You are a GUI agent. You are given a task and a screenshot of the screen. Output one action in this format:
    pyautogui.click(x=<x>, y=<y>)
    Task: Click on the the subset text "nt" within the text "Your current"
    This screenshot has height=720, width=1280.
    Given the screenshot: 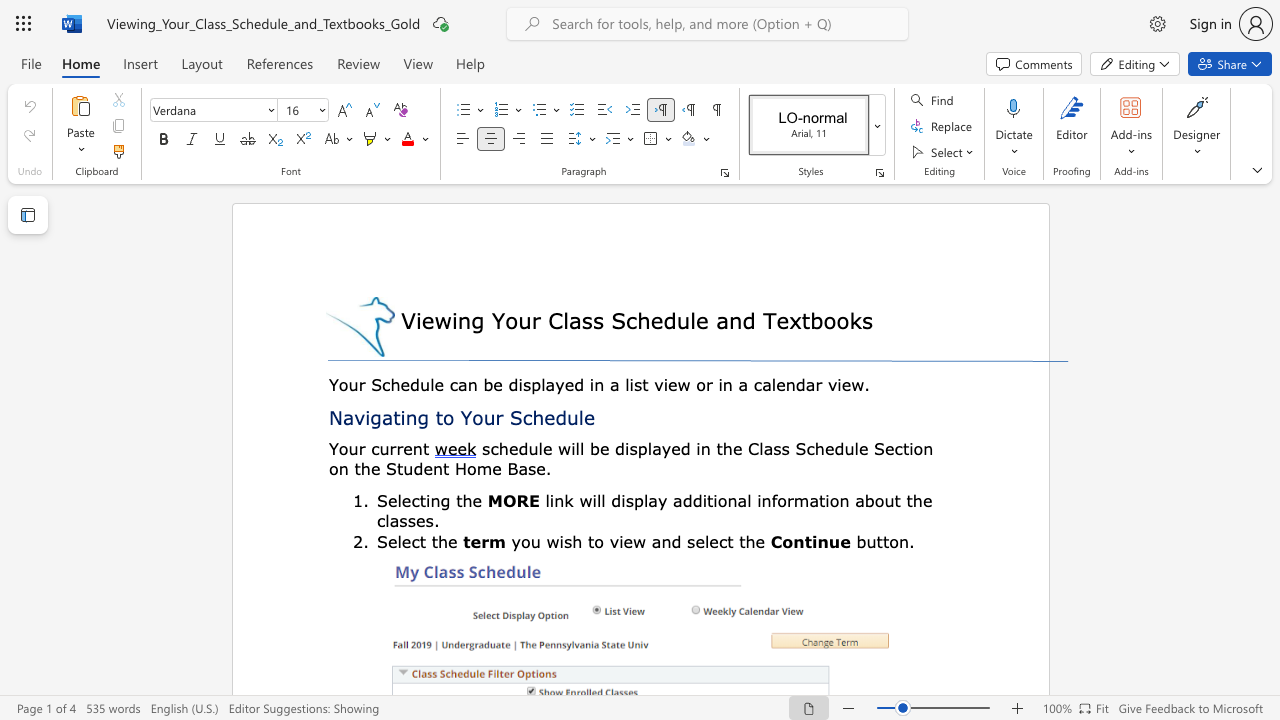 What is the action you would take?
    pyautogui.click(x=411, y=447)
    